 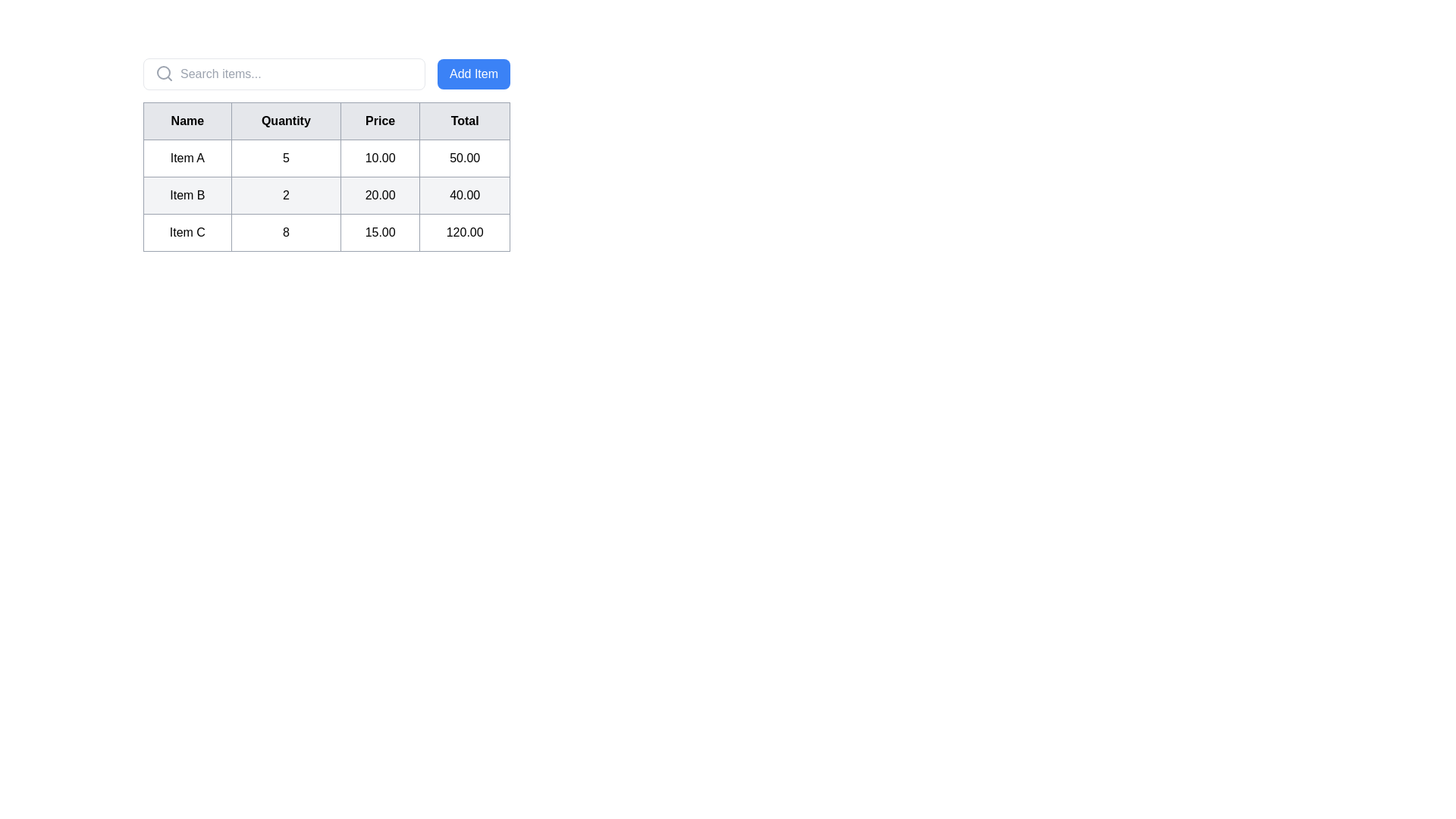 What do you see at coordinates (286, 195) in the screenshot?
I see `displayed content of the table cell showing the number '2' in the second column of the row labeled 'Item B'` at bounding box center [286, 195].